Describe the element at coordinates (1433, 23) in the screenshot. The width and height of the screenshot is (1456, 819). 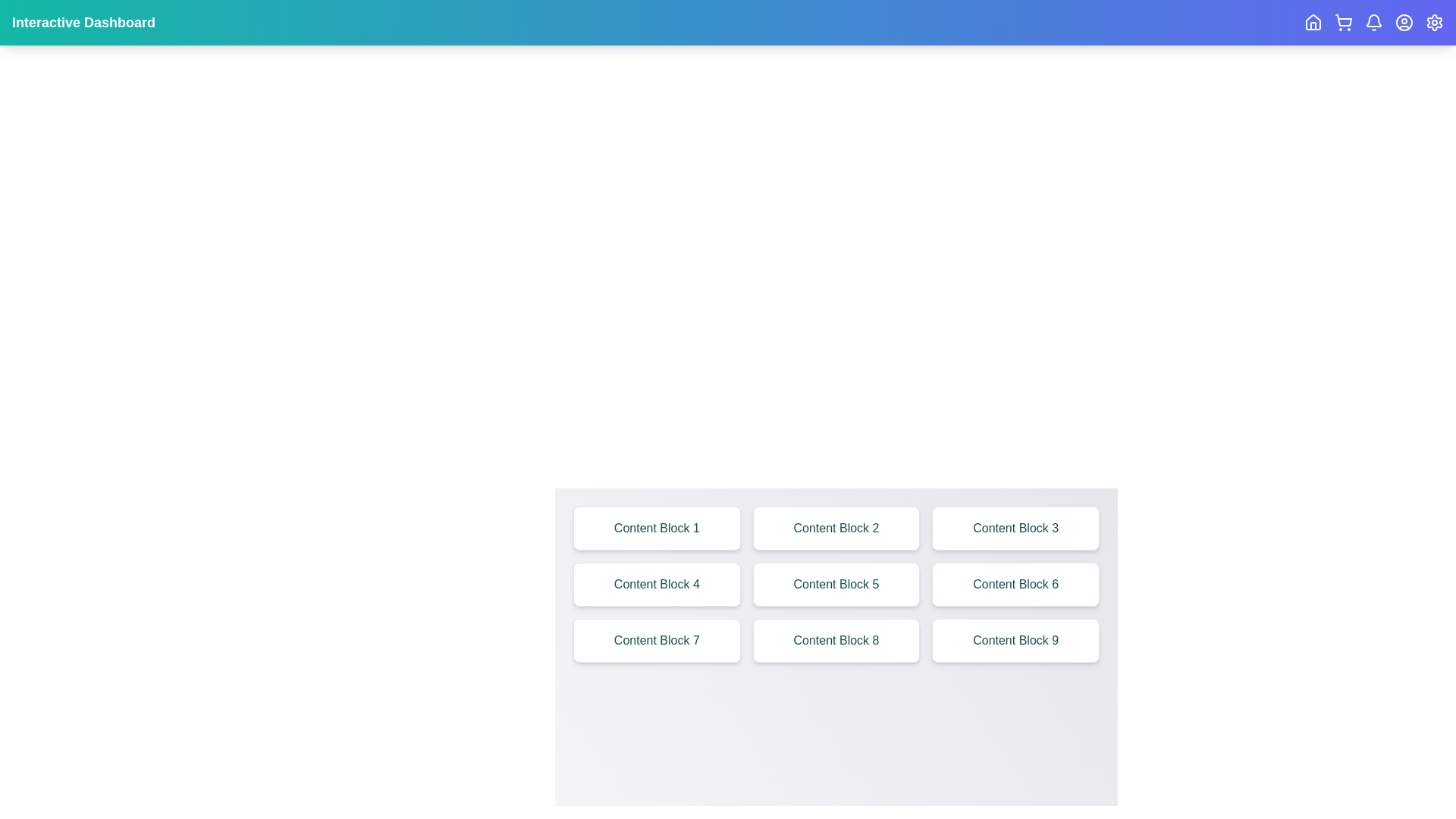
I see `the Settings navigation icon` at that location.